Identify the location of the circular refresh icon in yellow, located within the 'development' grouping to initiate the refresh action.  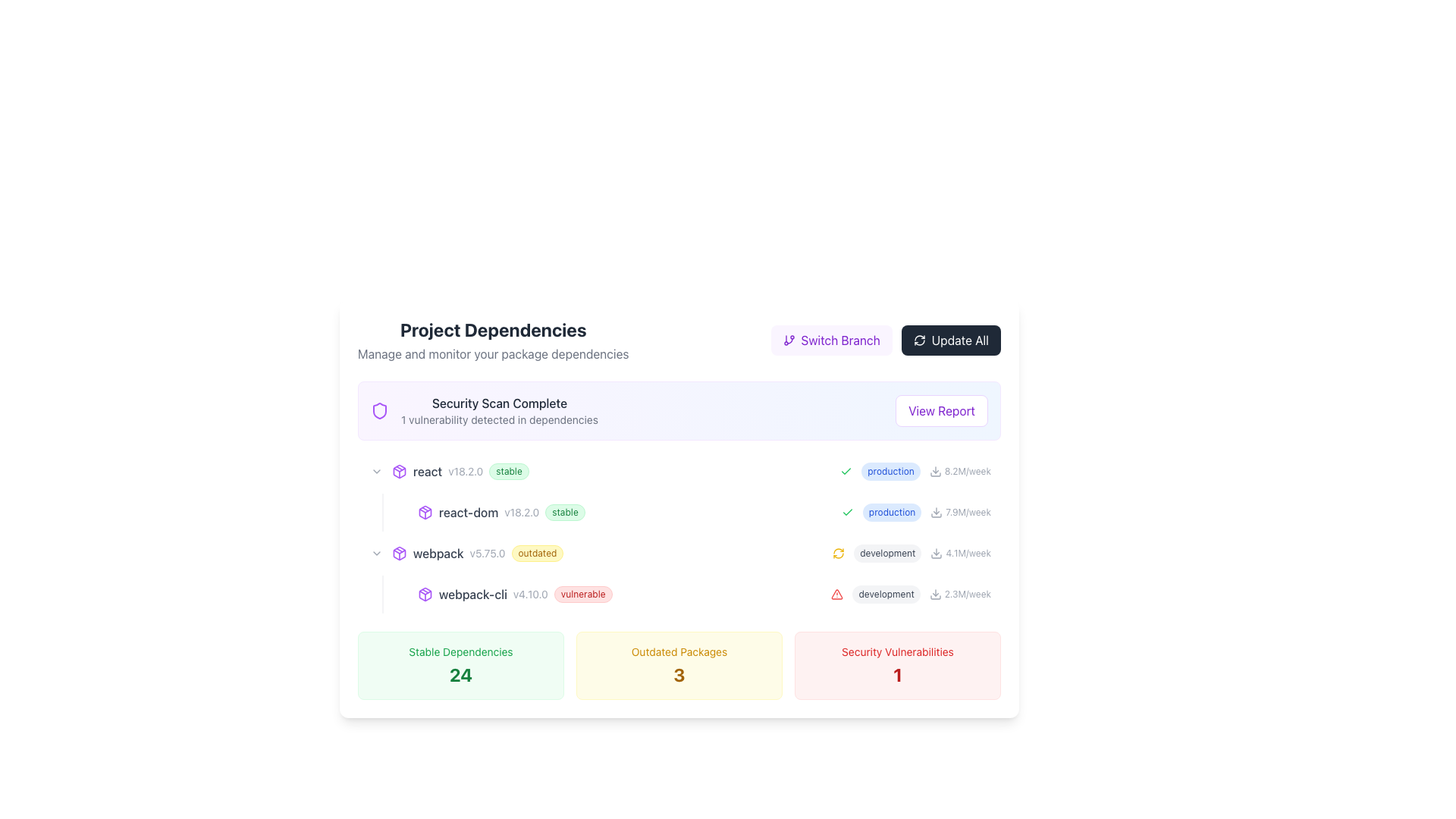
(838, 553).